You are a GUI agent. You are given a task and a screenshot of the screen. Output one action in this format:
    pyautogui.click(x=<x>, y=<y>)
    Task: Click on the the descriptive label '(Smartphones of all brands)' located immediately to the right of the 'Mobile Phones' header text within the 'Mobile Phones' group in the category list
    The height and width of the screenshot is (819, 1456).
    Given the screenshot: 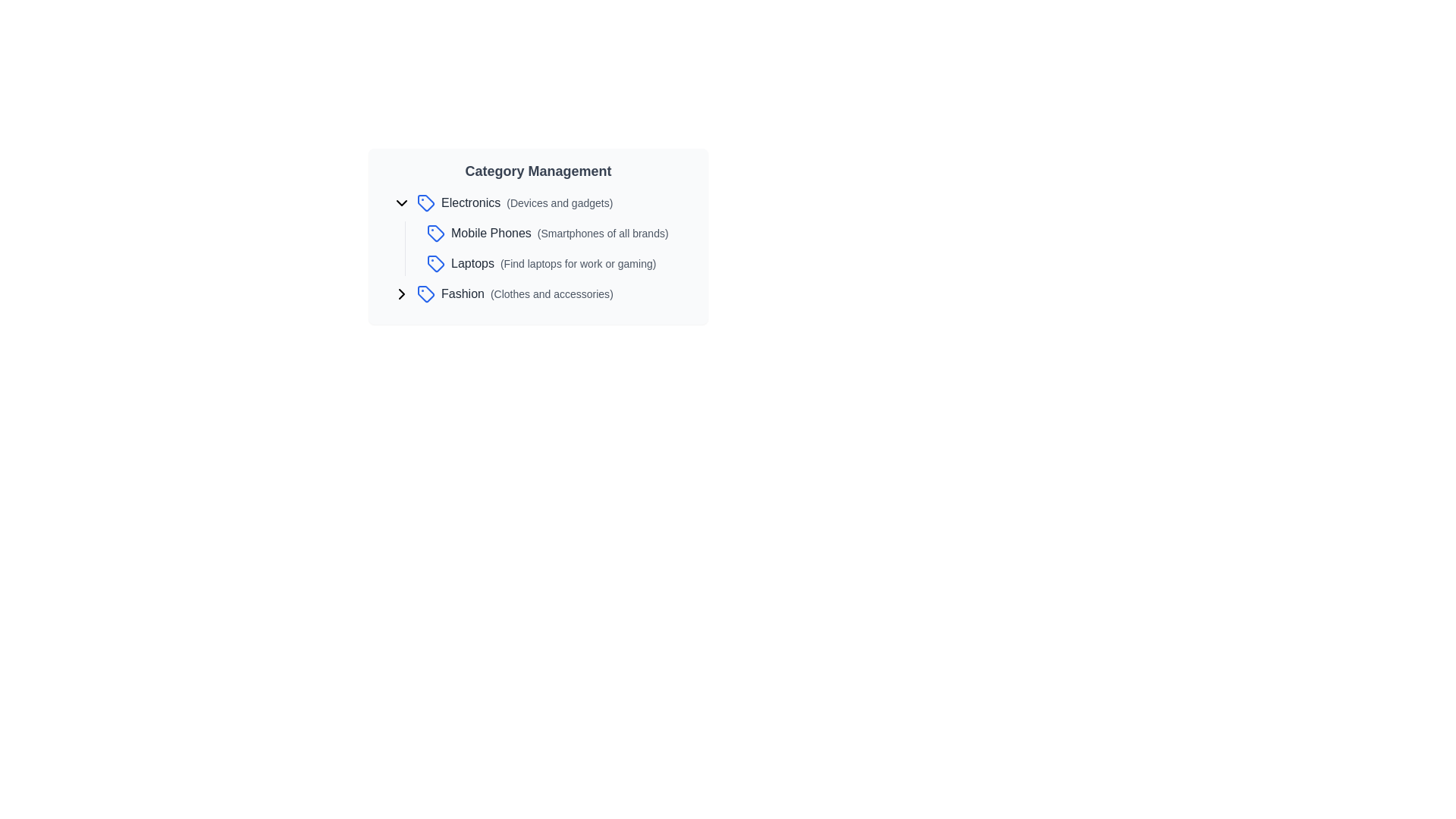 What is the action you would take?
    pyautogui.click(x=602, y=234)
    